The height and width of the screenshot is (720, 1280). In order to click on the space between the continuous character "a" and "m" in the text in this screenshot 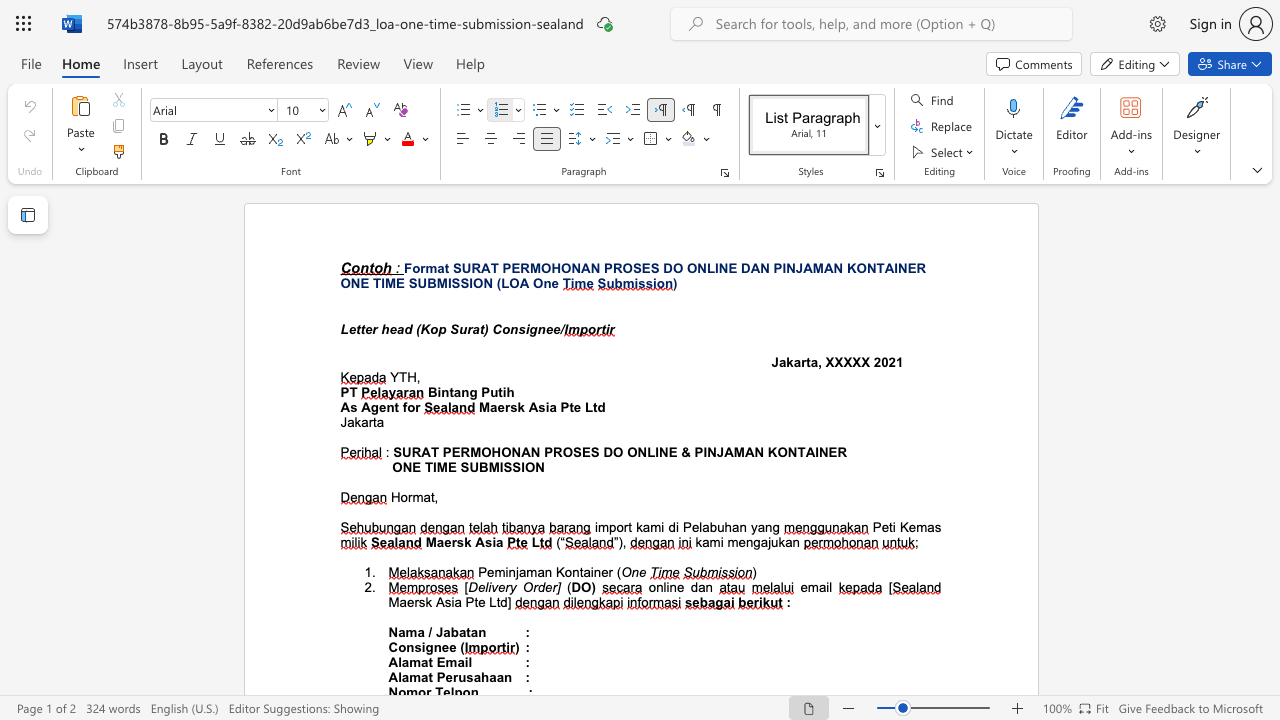, I will do `click(409, 662)`.